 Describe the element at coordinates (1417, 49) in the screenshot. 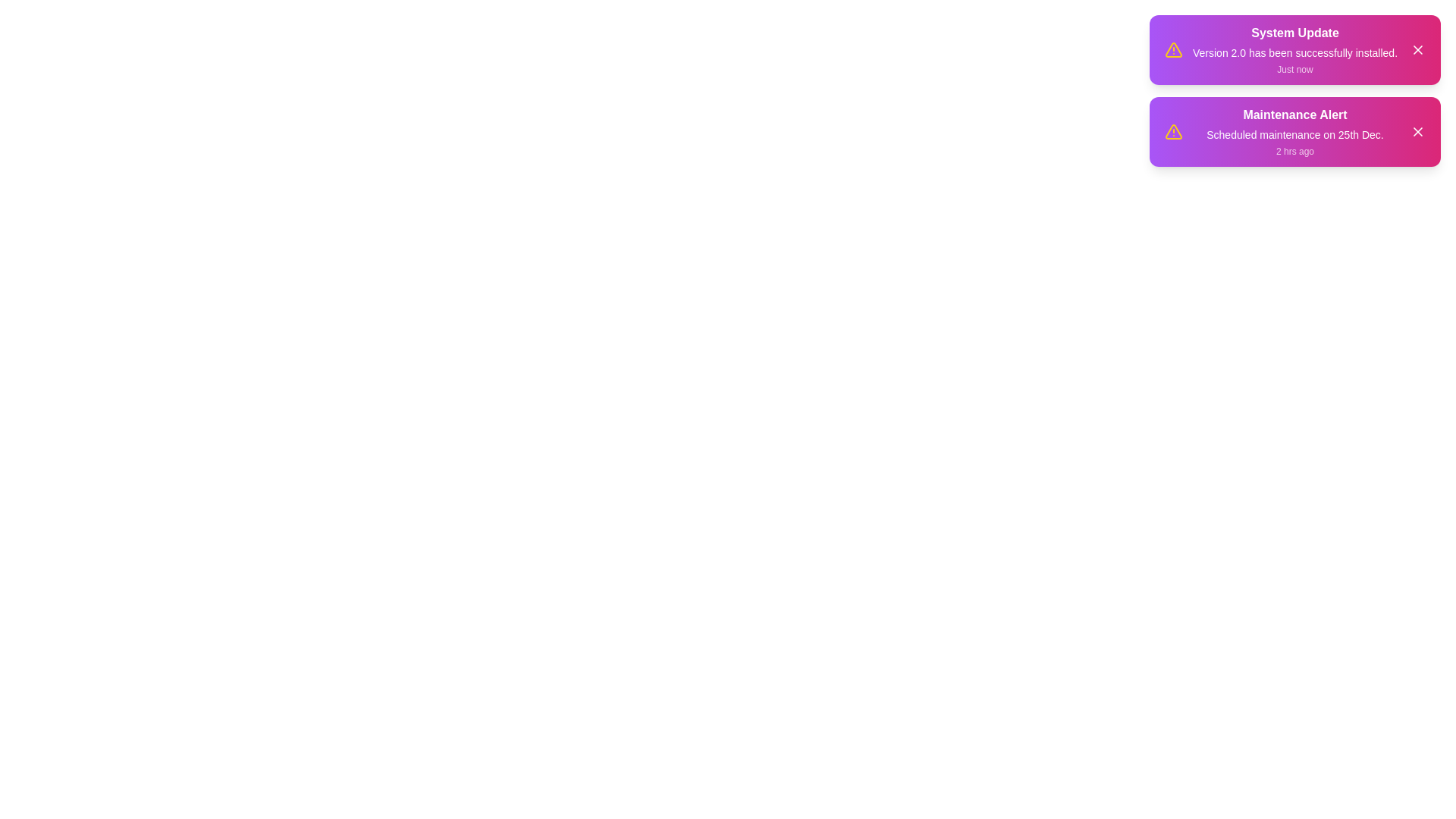

I see `close button of the notification with title System Update` at that location.